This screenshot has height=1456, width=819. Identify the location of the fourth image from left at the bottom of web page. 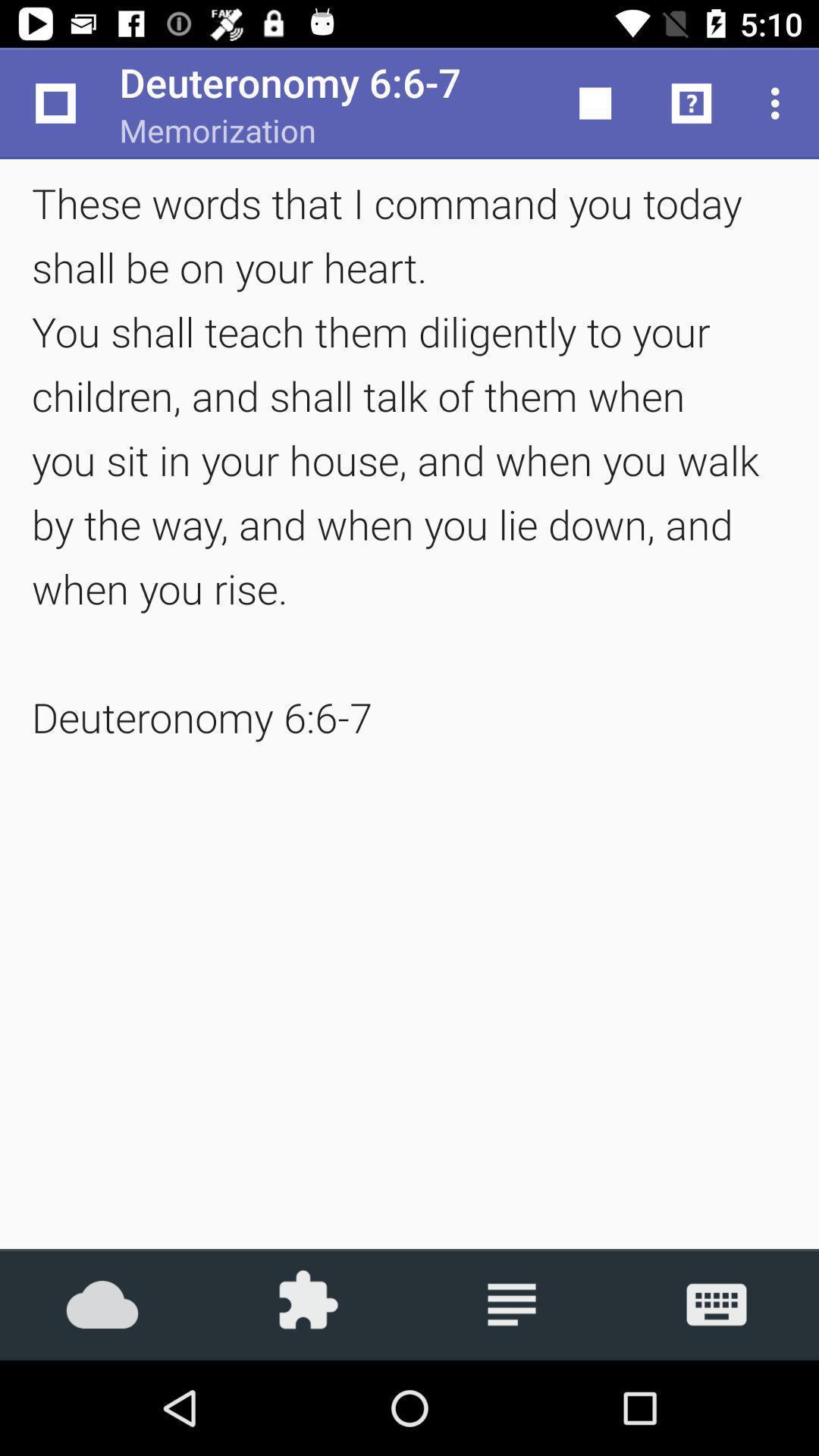
(717, 1304).